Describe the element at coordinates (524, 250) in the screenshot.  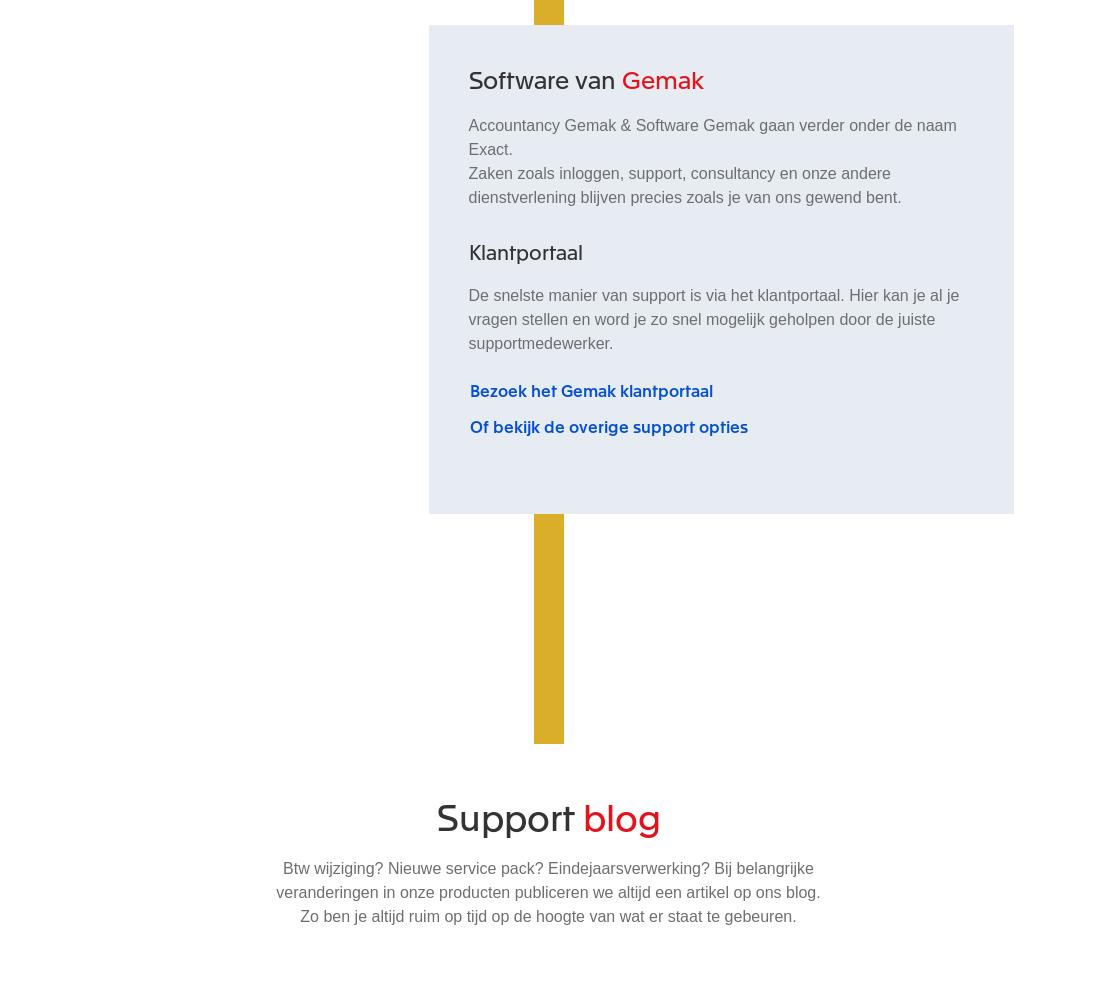
I see `'Klantportaal'` at that location.